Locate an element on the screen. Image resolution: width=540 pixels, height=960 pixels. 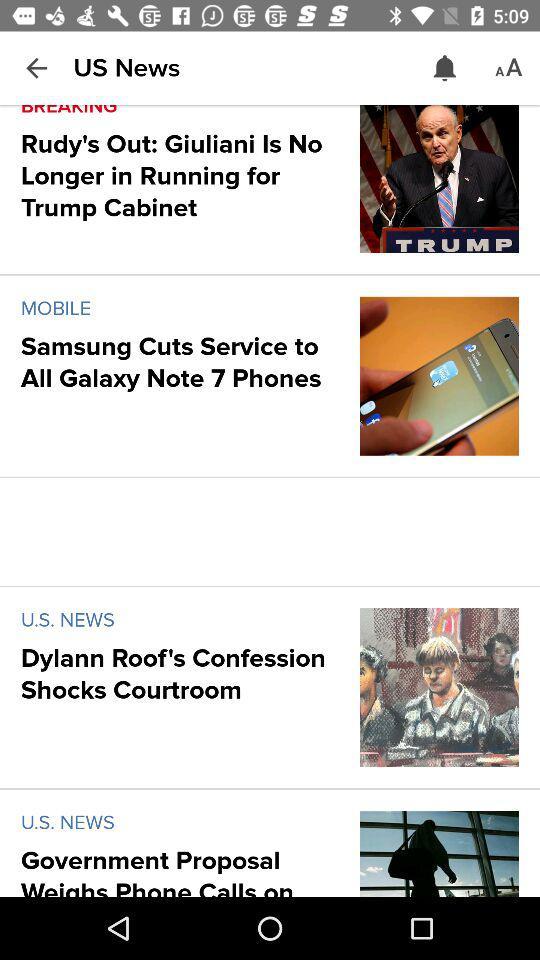
icon above the breaking icon is located at coordinates (36, 68).